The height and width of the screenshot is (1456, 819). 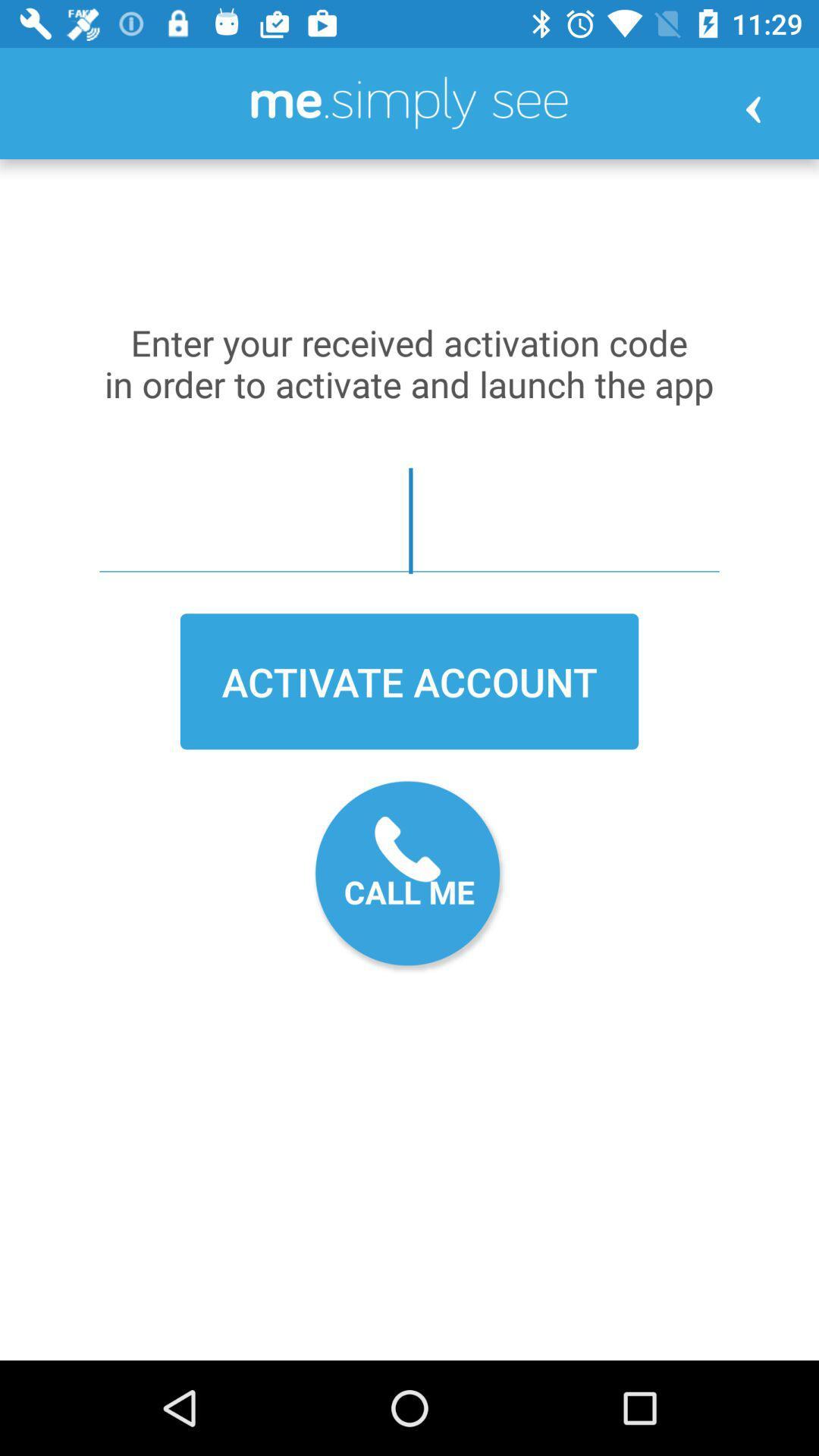 I want to click on item above the activate account item, so click(x=409, y=520).